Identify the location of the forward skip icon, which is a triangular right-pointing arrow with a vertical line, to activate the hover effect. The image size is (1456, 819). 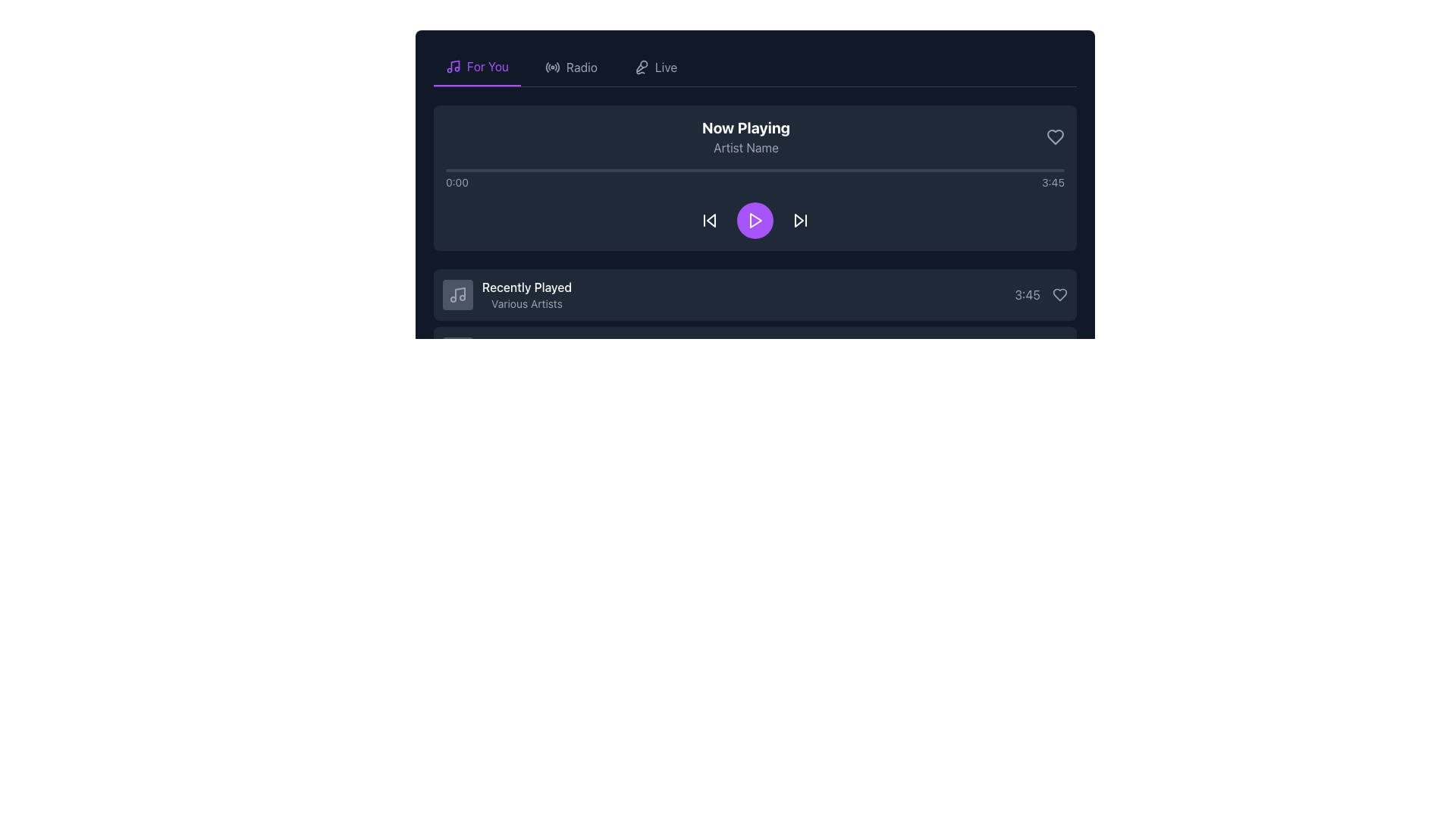
(800, 220).